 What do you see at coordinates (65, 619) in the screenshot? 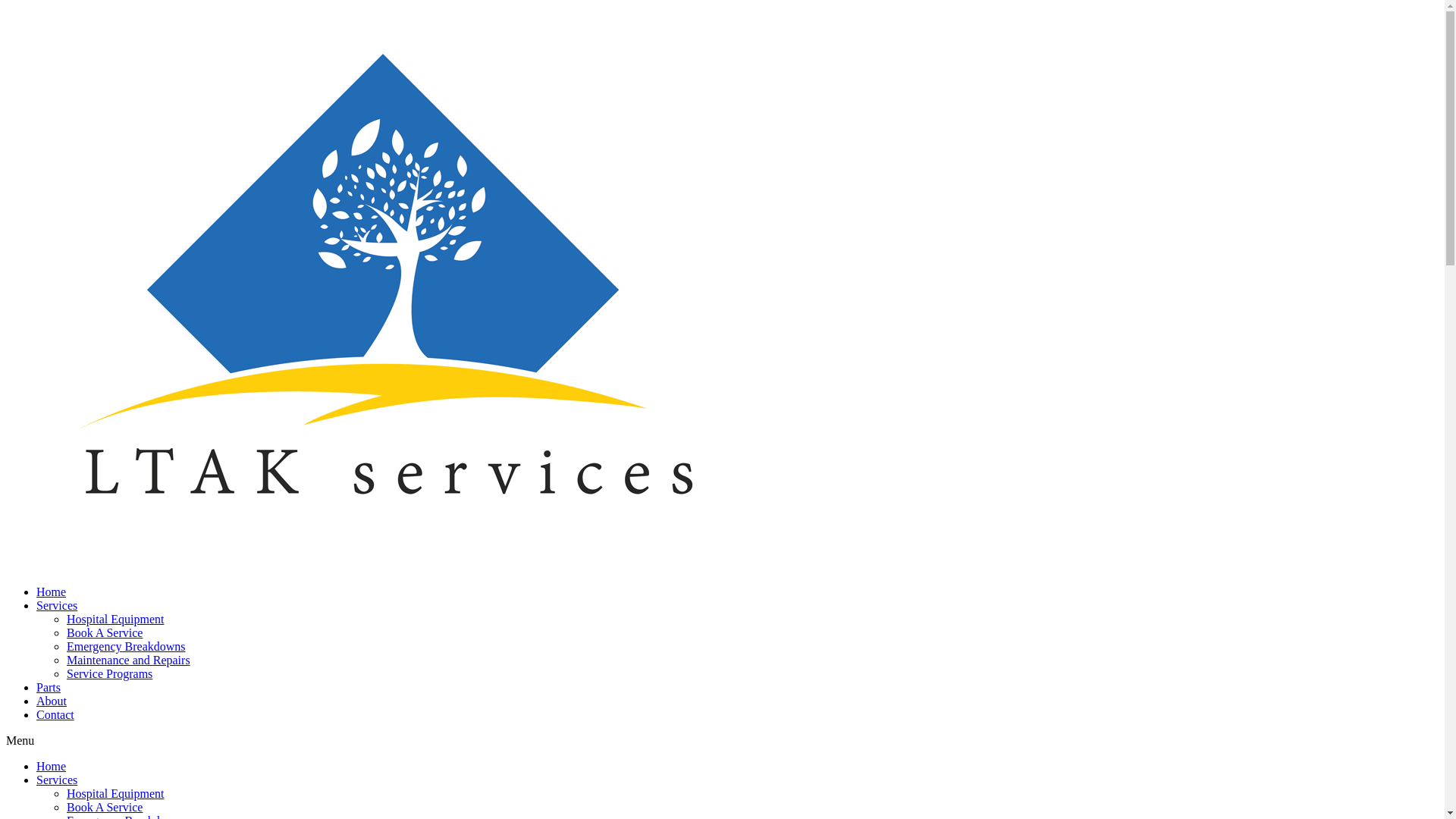
I see `'Hospital Equipment'` at bounding box center [65, 619].